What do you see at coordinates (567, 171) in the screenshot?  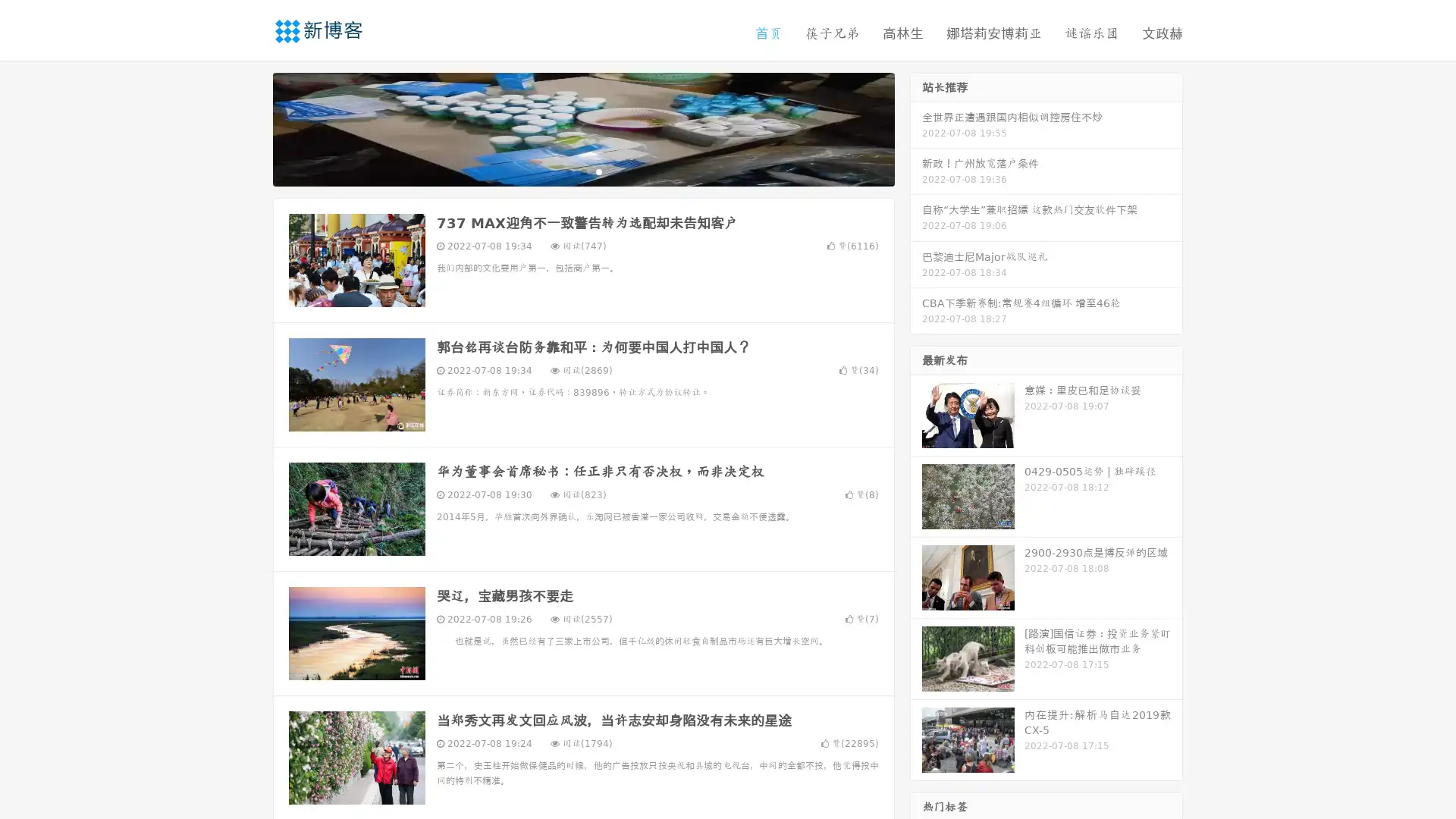 I see `Go to slide 1` at bounding box center [567, 171].